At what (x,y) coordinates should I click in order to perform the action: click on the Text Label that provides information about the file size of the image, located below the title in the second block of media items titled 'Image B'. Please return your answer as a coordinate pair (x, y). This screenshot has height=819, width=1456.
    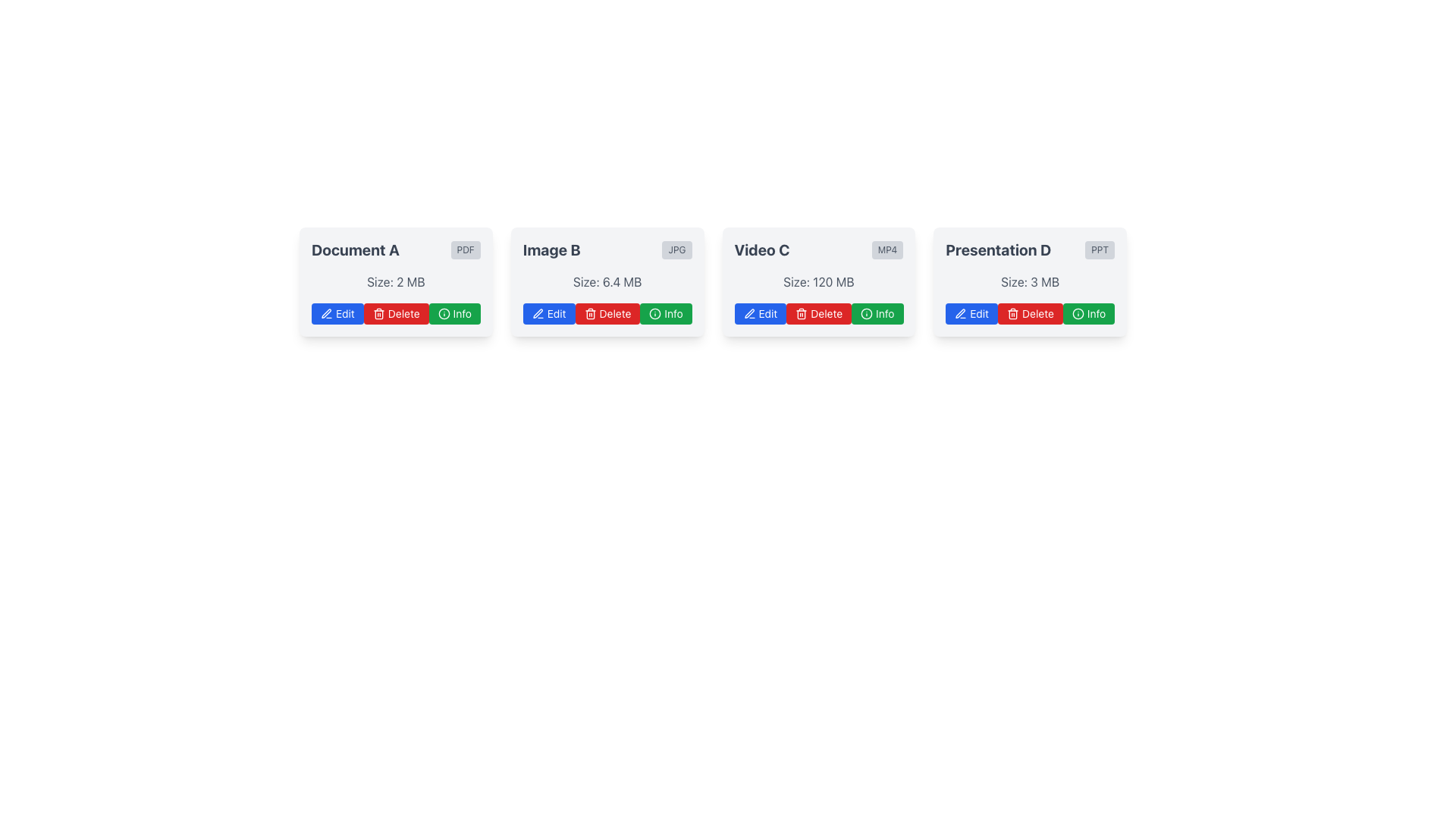
    Looking at the image, I should click on (607, 281).